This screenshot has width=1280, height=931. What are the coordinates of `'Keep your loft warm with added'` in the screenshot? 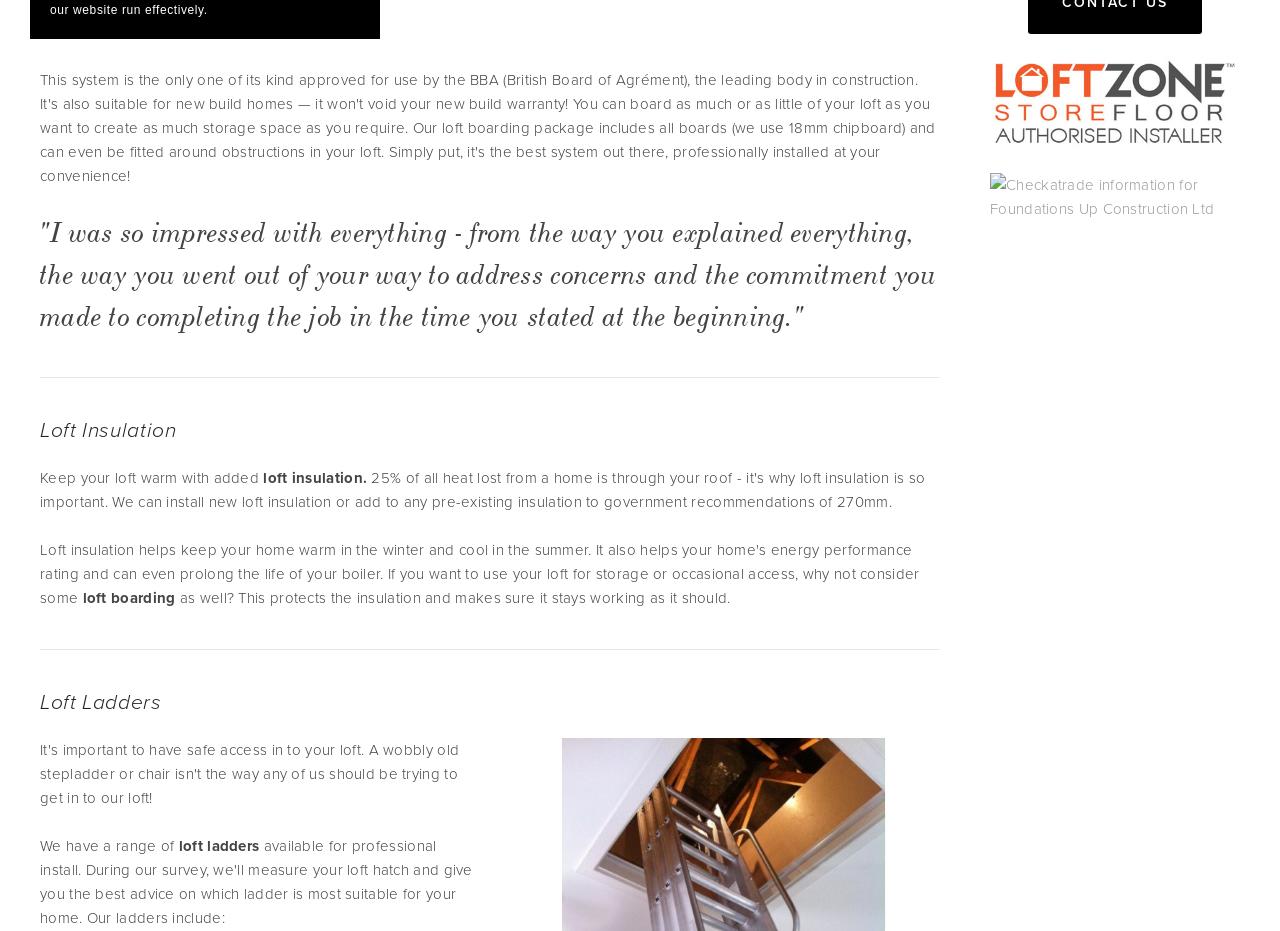 It's located at (150, 477).